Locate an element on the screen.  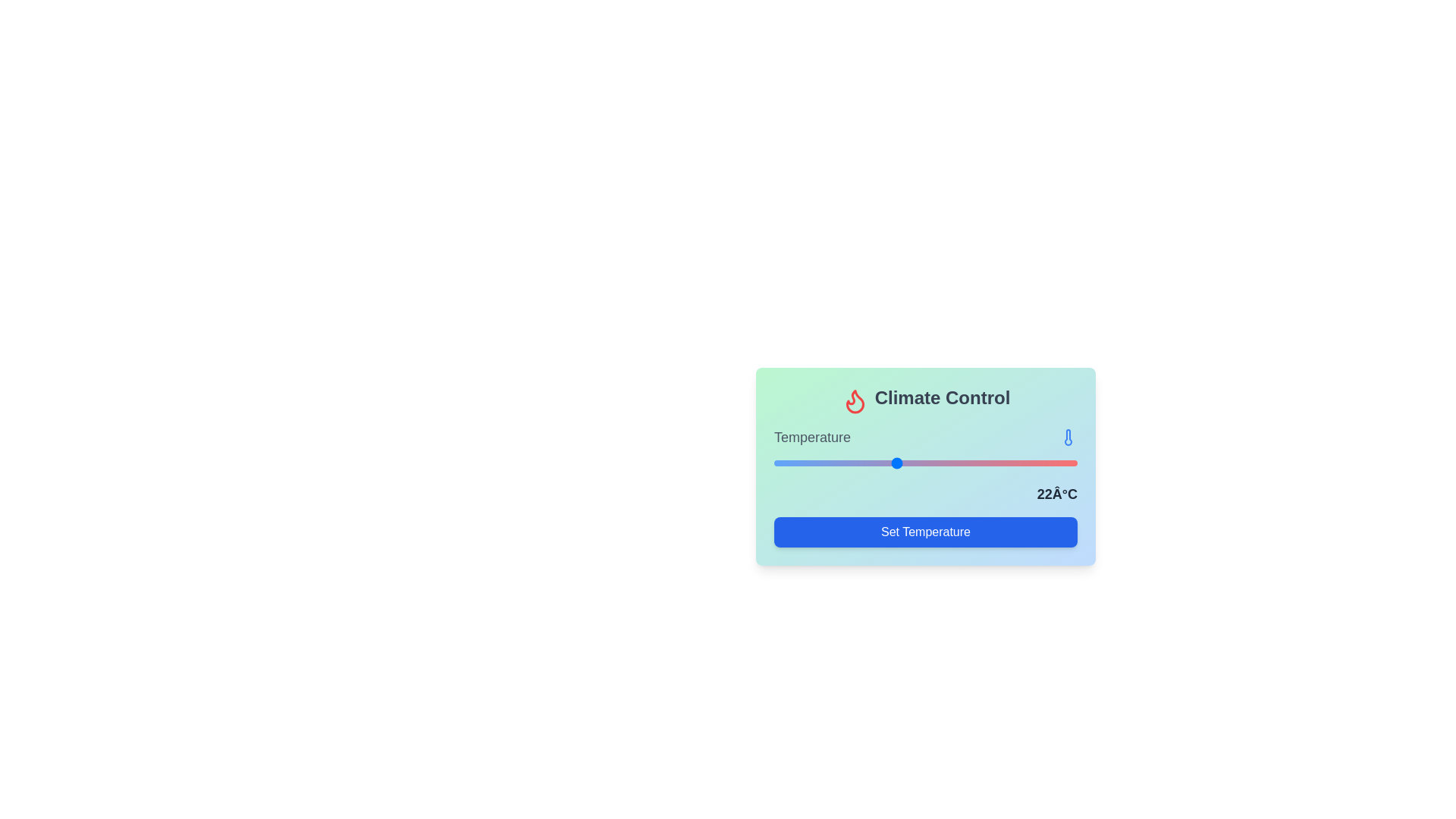
'Set Temperature' button at its center is located at coordinates (924, 531).